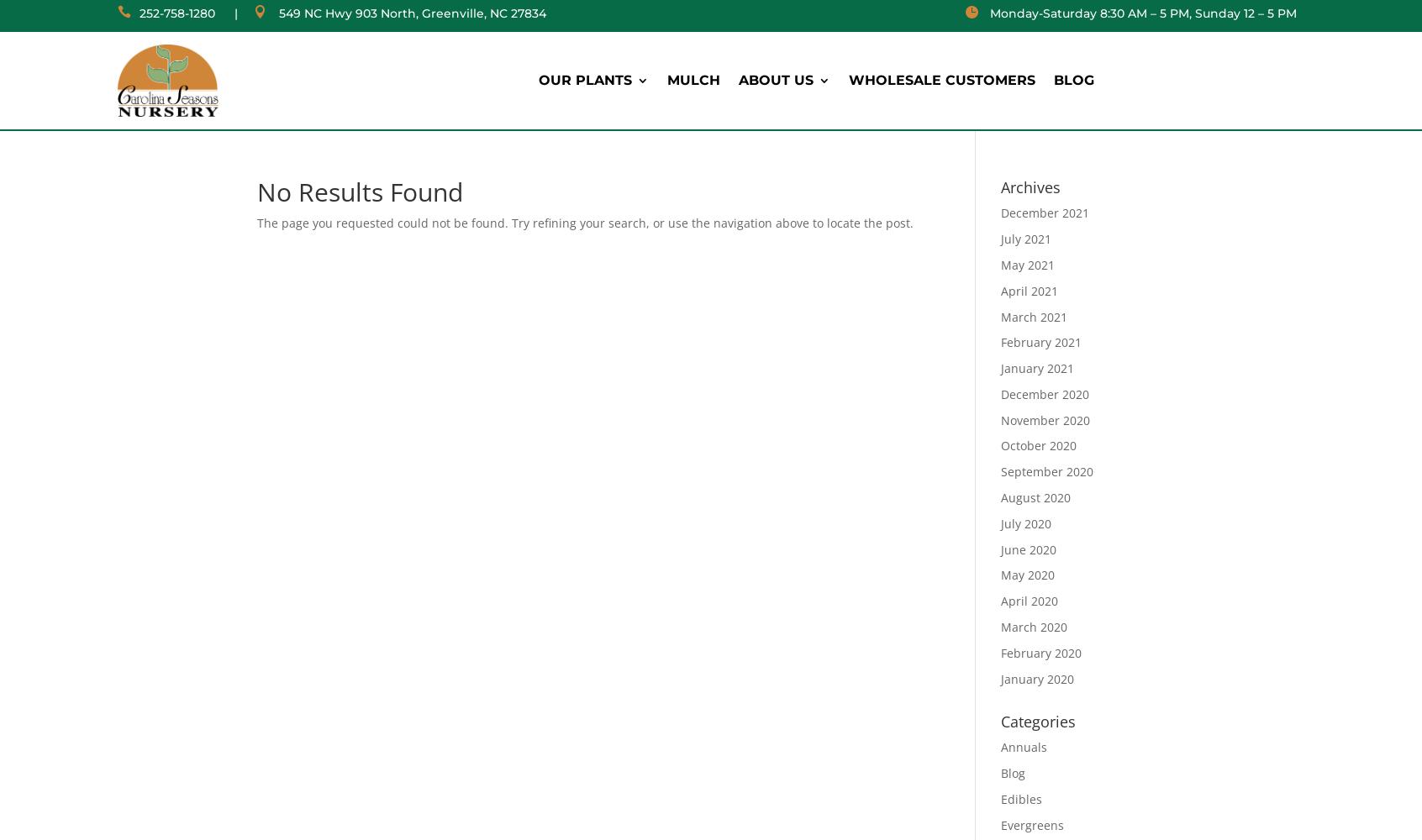 The height and width of the screenshot is (840, 1422). Describe the element at coordinates (1044, 418) in the screenshot. I see `'November 2020'` at that location.